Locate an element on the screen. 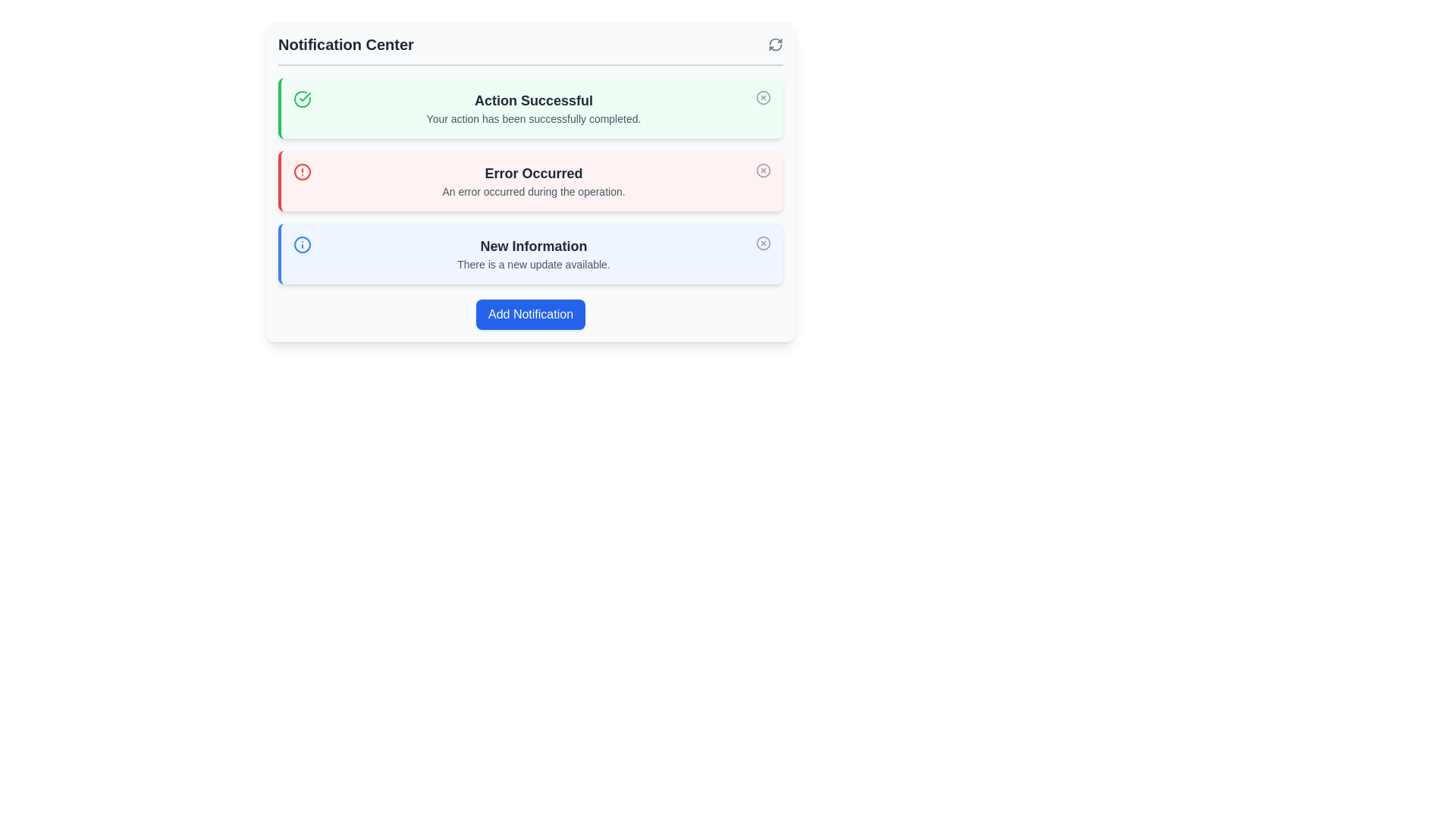 This screenshot has height=819, width=1456. information provided in the text label that states 'There is a new update available.' located below the title 'New Information' in the third notification box of the 'Notification Center' is located at coordinates (534, 263).